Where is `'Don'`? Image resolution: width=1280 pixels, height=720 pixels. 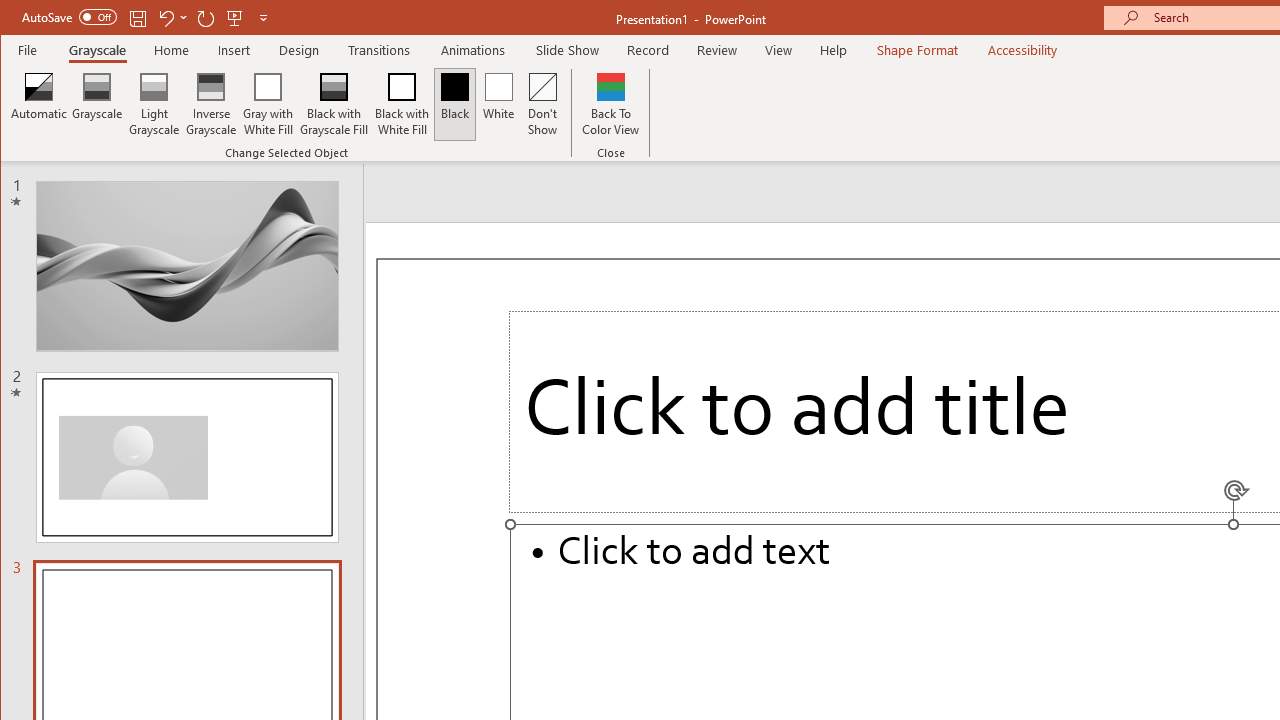 'Don' is located at coordinates (543, 104).